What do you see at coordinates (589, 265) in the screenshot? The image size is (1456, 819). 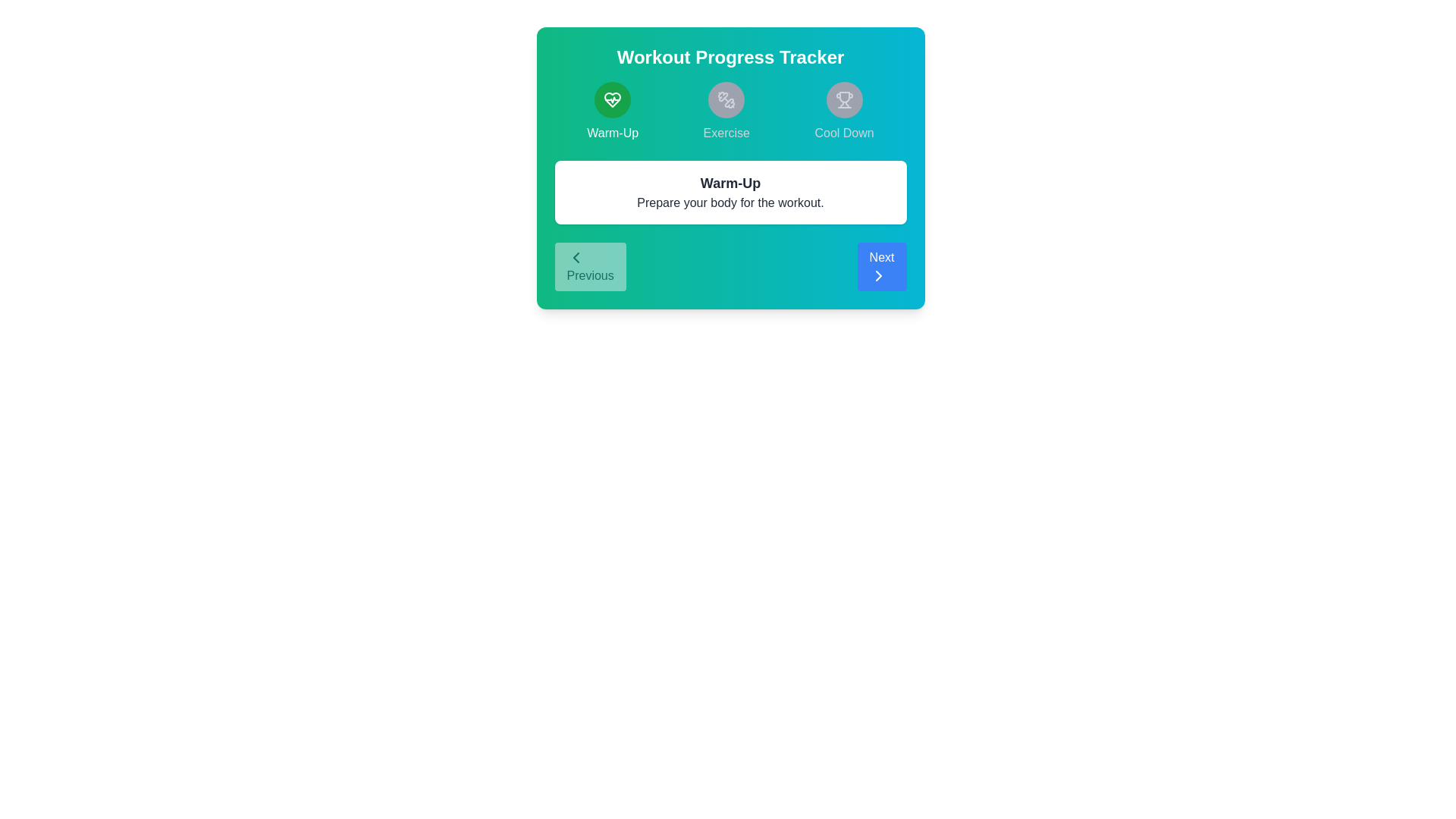 I see `the navigation button to move to the previous phase` at bounding box center [589, 265].